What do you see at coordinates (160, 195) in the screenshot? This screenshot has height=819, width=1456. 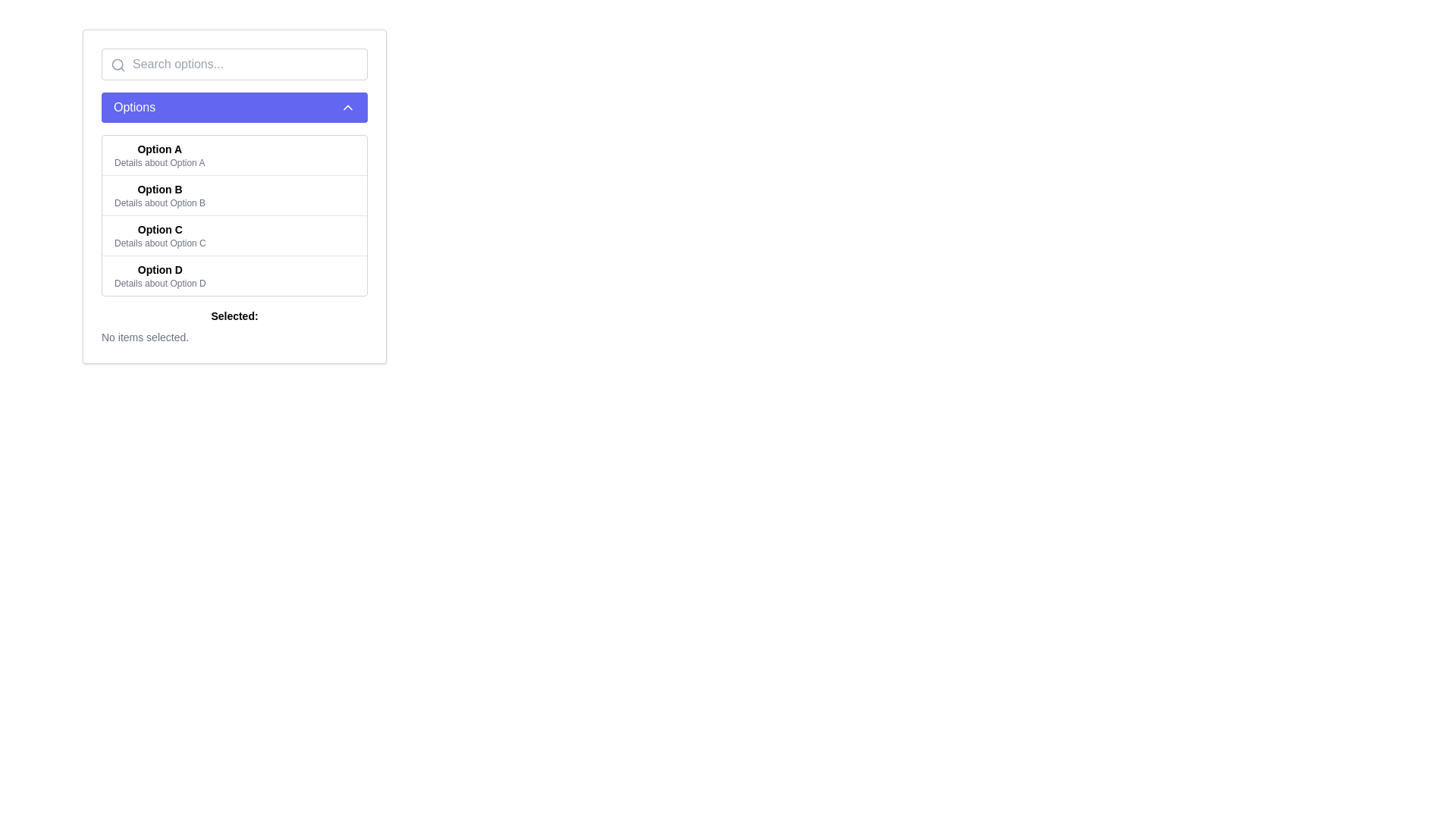 I see `the selectable menu option labeled 'Option B', which is the second item in a vertical list of four options` at bounding box center [160, 195].